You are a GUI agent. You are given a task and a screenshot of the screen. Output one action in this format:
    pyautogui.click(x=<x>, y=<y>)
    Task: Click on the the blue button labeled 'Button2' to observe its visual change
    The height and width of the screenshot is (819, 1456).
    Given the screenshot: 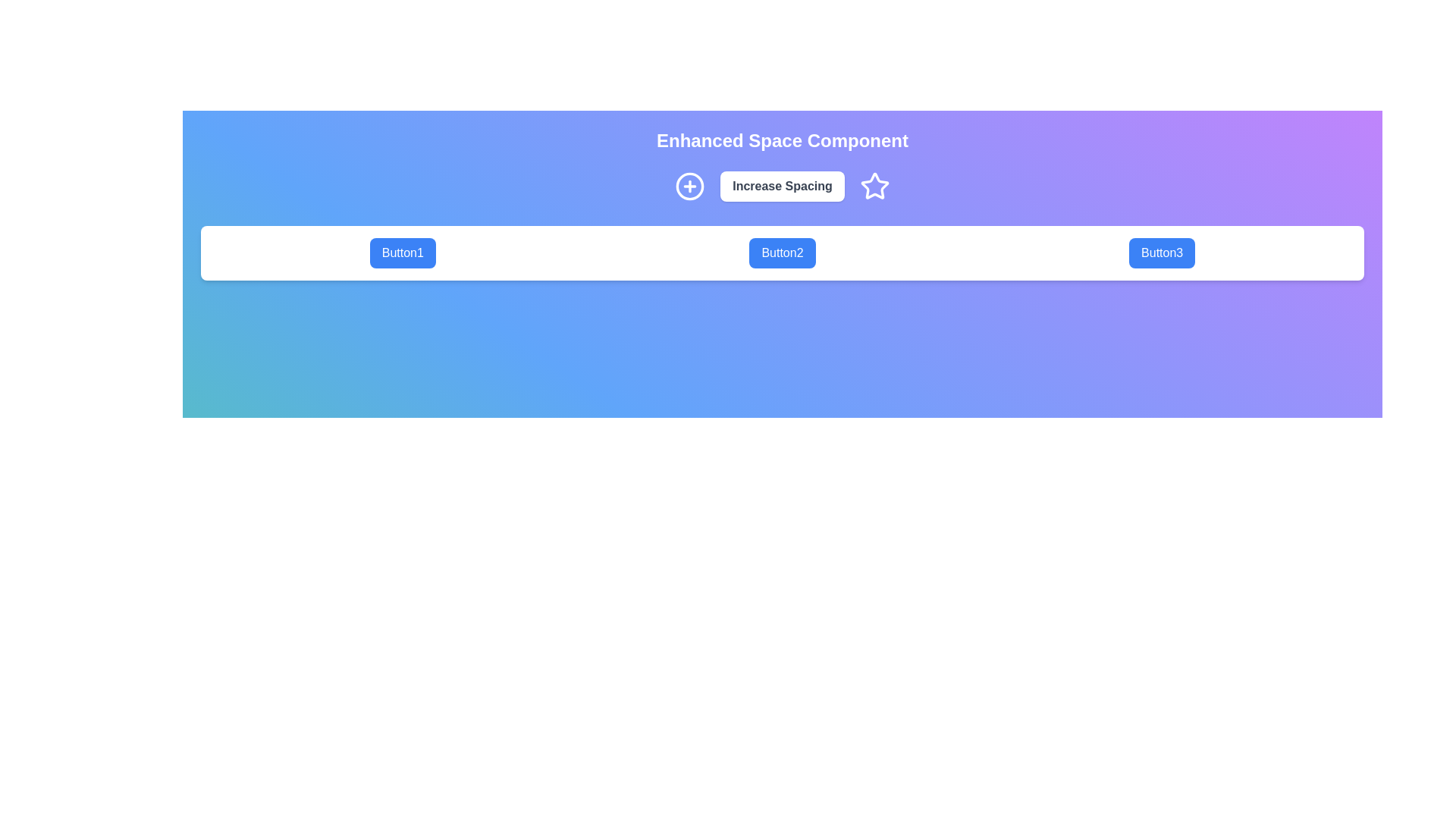 What is the action you would take?
    pyautogui.click(x=783, y=253)
    